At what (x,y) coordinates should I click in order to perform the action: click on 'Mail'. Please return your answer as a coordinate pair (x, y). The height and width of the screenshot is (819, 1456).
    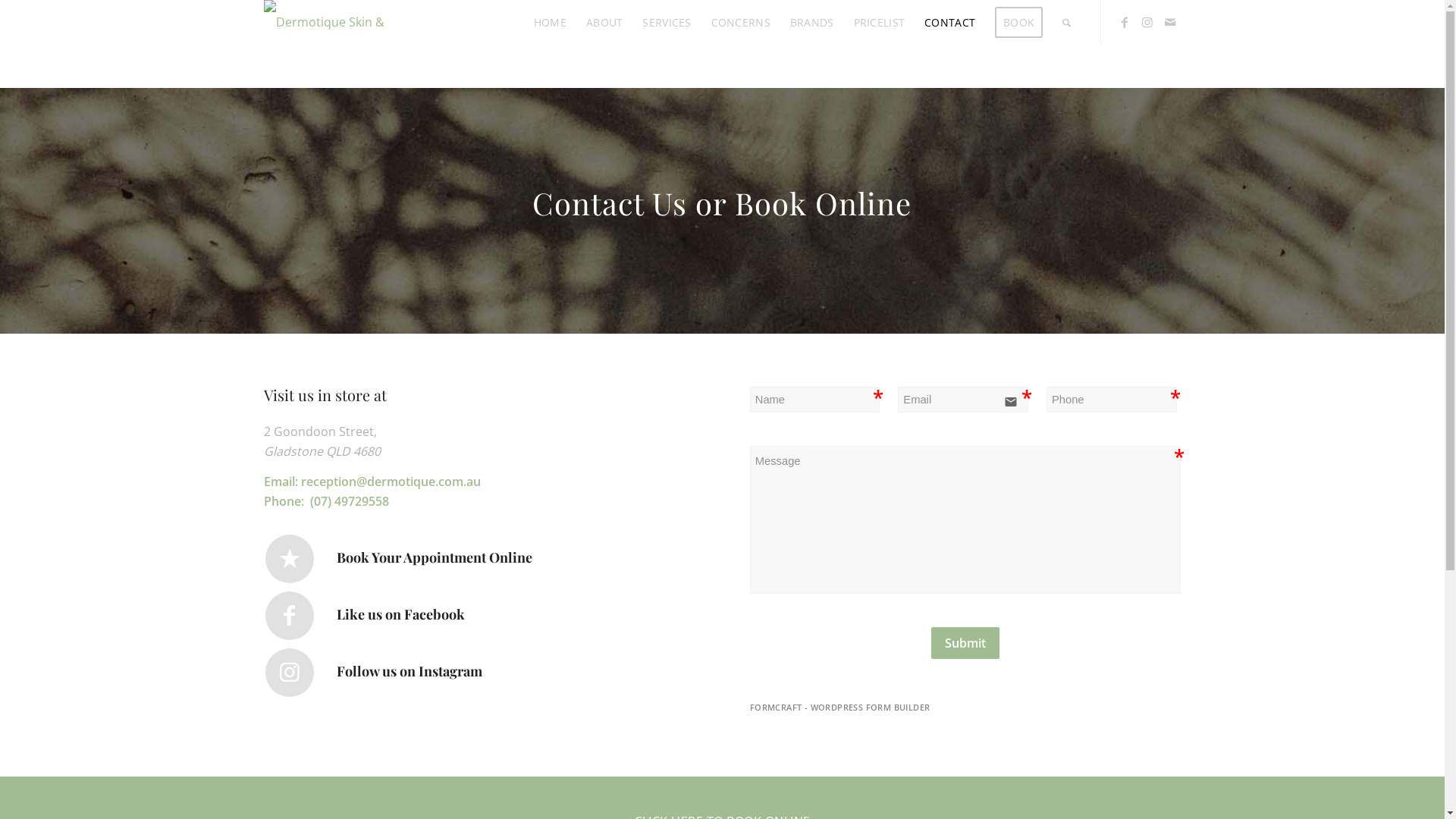
    Looking at the image, I should click on (1157, 22).